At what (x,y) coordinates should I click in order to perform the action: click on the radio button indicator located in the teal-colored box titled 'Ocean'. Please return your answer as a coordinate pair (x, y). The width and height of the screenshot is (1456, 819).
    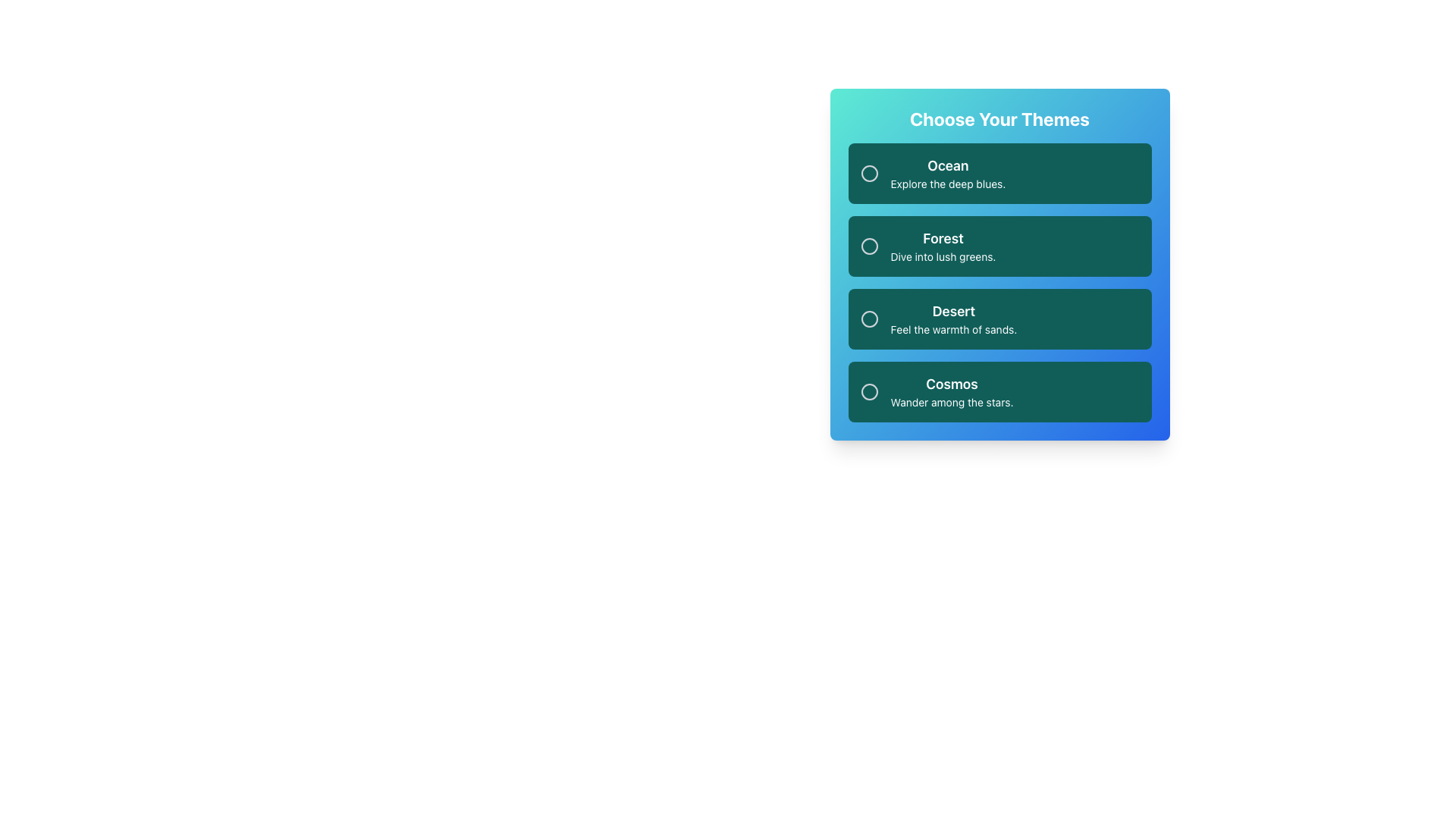
    Looking at the image, I should click on (869, 172).